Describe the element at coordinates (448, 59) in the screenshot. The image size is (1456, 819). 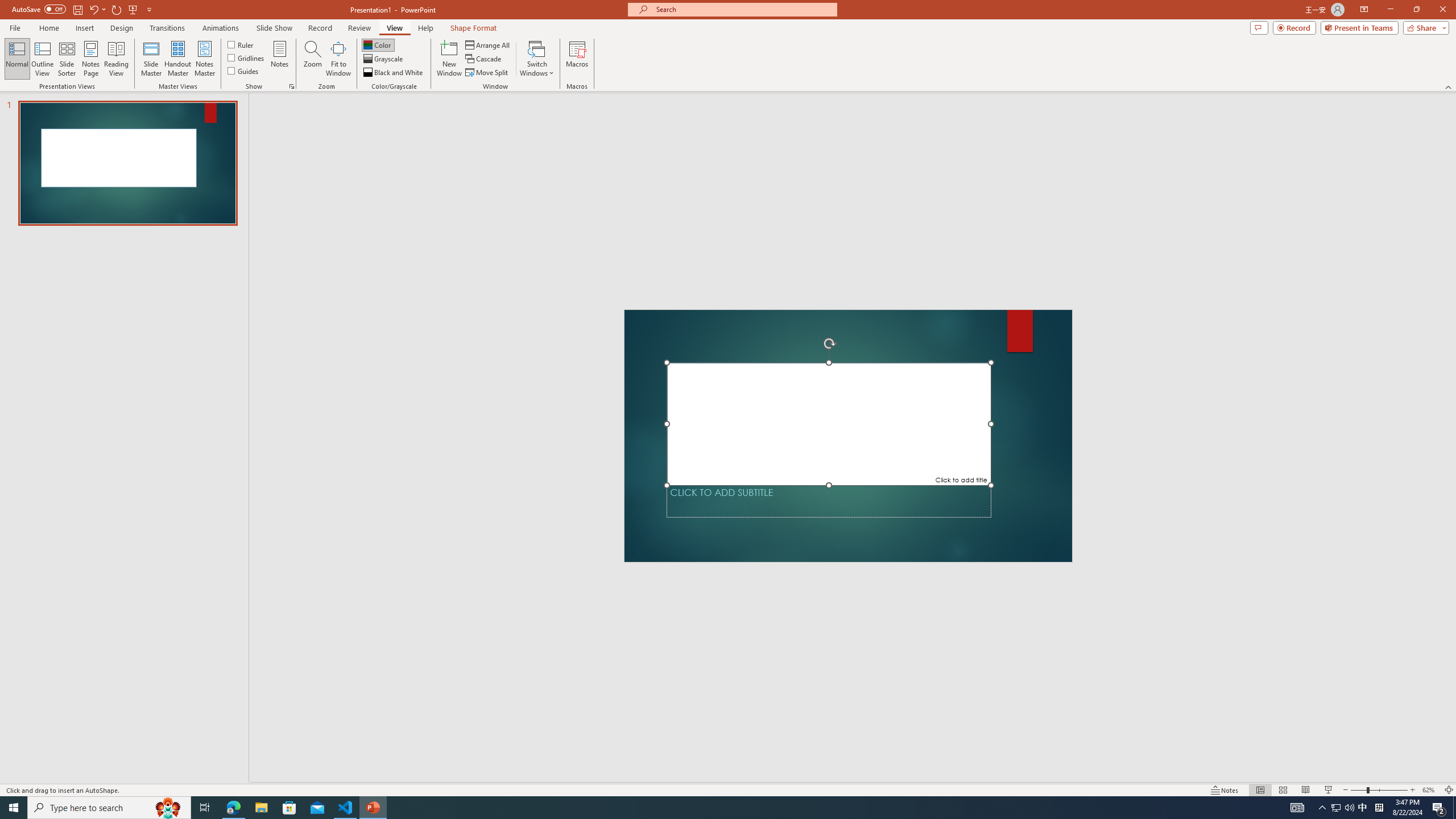
I see `'New Window'` at that location.